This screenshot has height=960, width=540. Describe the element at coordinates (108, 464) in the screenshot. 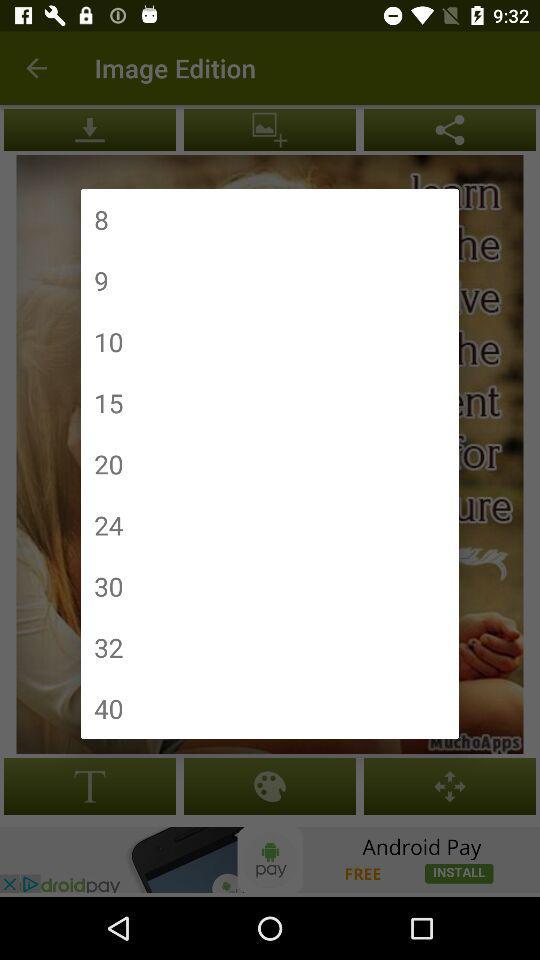

I see `icon below 15` at that location.